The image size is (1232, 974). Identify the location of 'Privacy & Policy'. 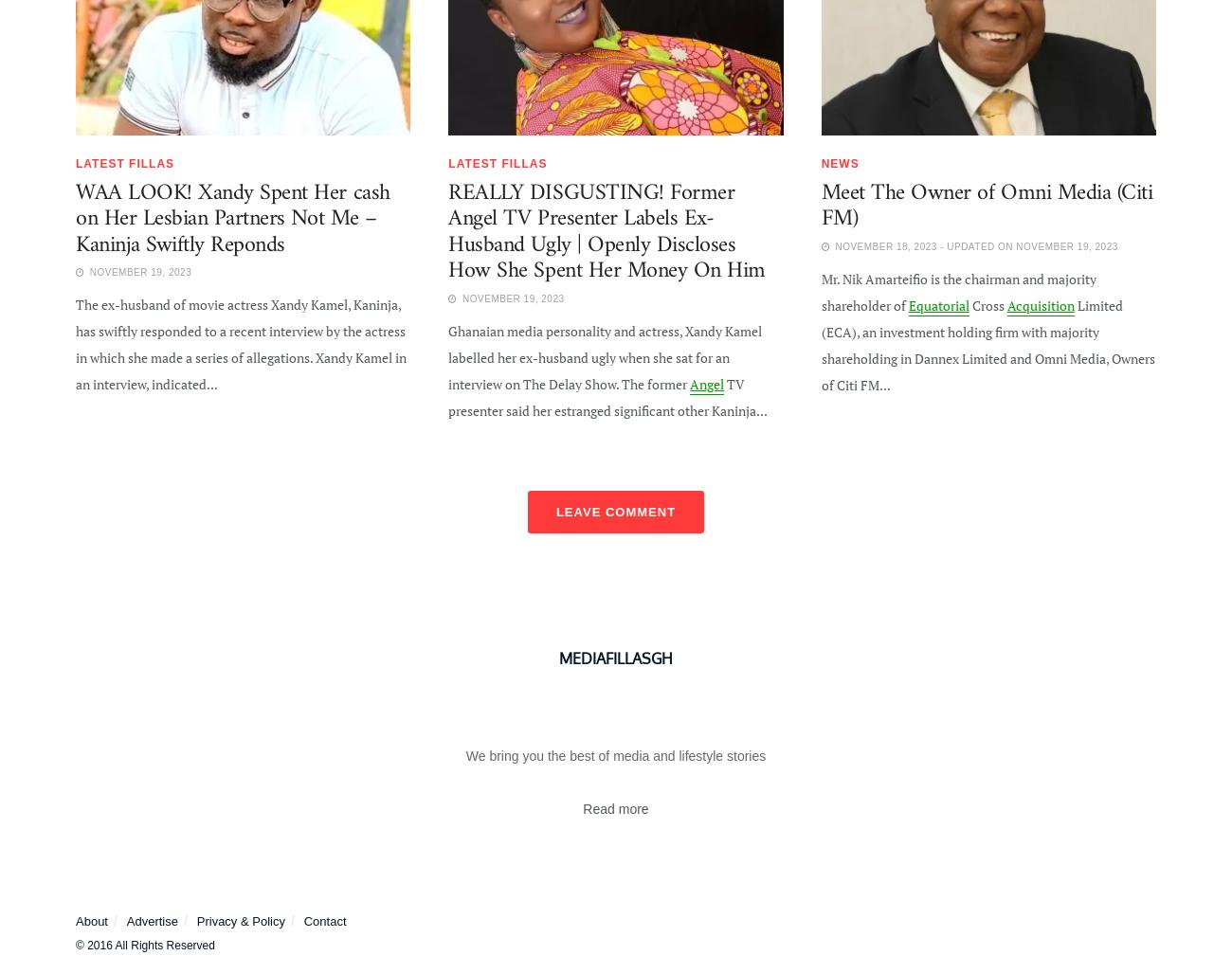
(239, 920).